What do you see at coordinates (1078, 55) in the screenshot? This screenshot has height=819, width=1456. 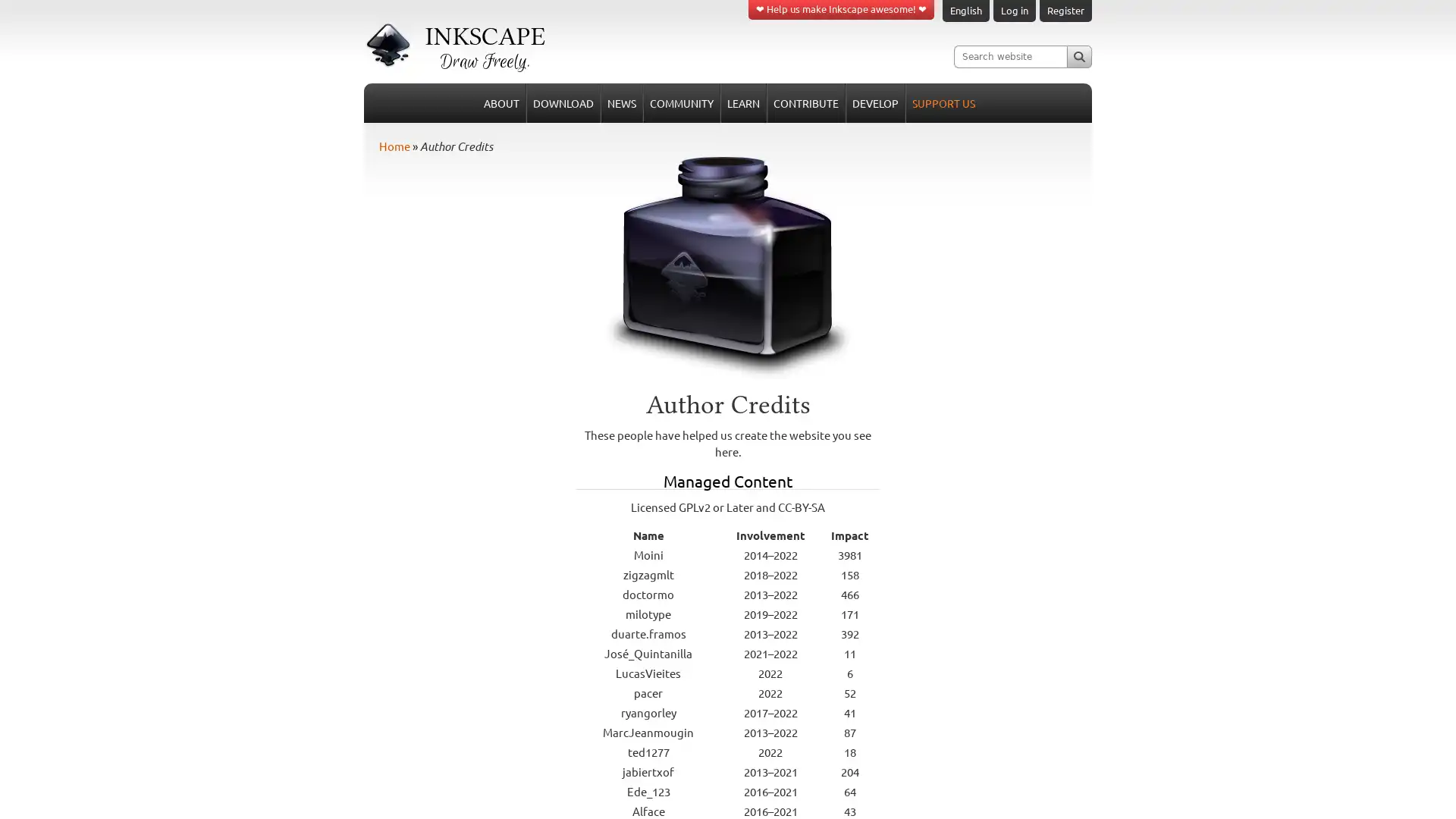 I see `Search` at bounding box center [1078, 55].